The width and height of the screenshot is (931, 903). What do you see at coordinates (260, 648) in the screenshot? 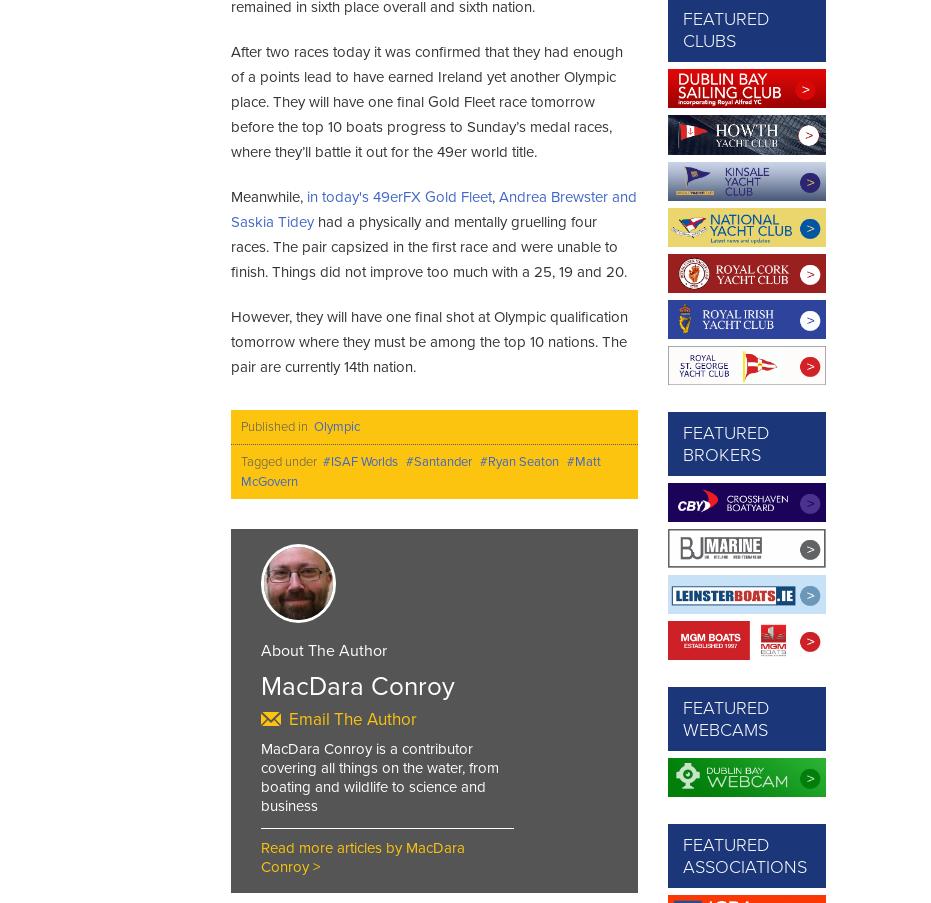
I see `'About The Author'` at bounding box center [260, 648].